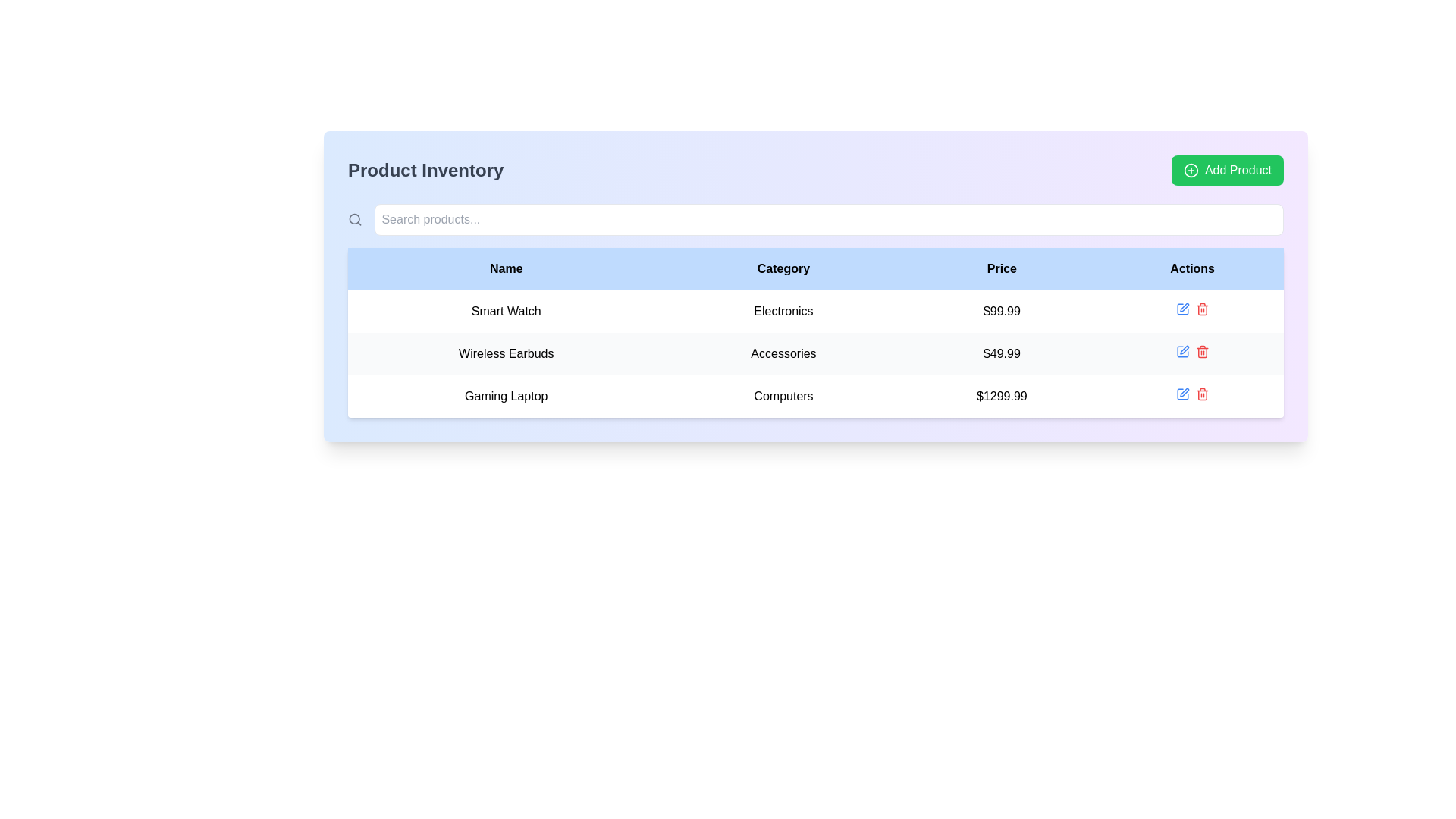 This screenshot has height=819, width=1456. What do you see at coordinates (1181, 309) in the screenshot?
I see `the edit button located in the 'Actions' column of the first row of the product table, which is aligned with the 'Smart Watch' item` at bounding box center [1181, 309].